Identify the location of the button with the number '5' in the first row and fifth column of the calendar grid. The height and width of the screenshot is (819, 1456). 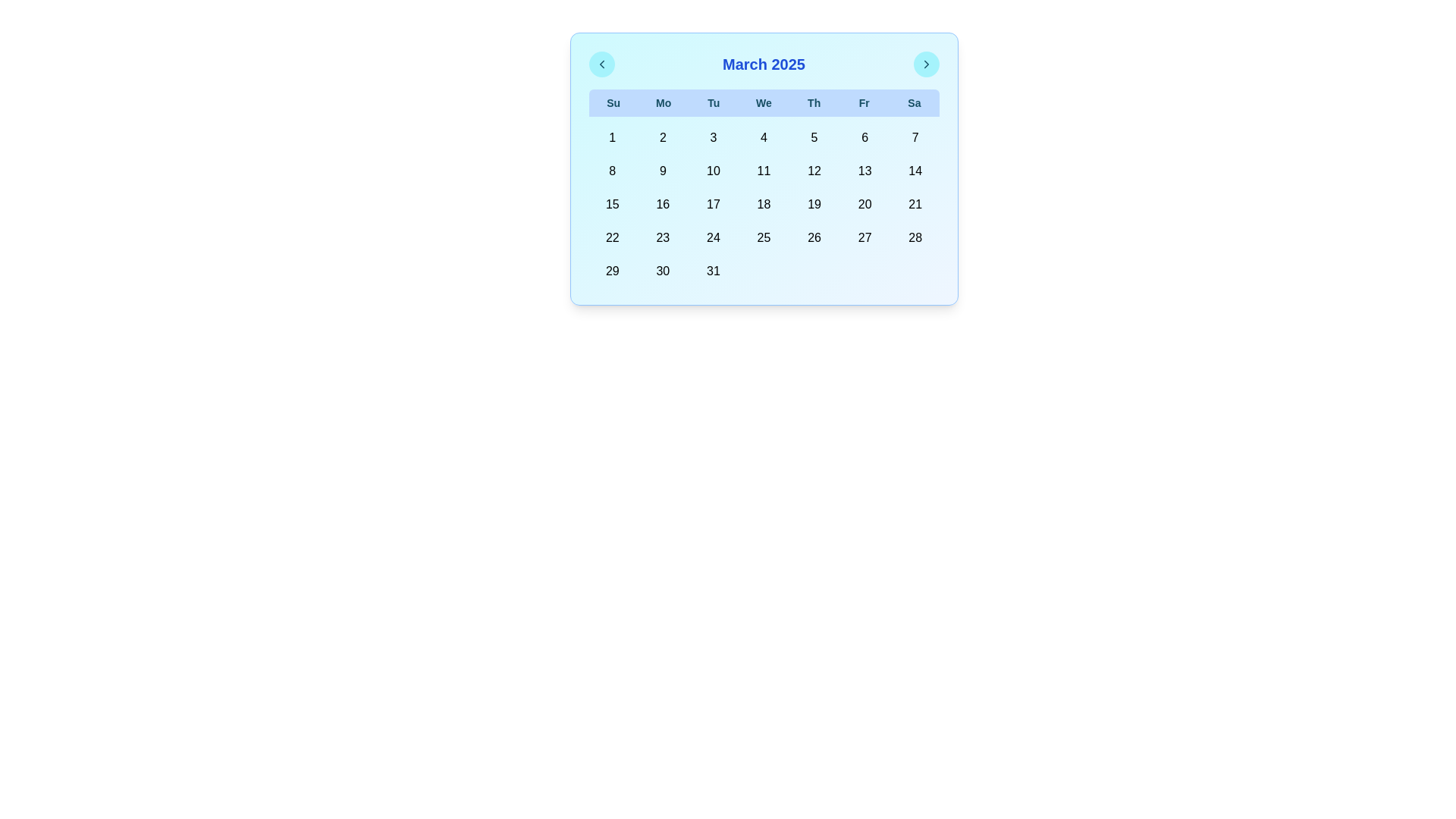
(814, 137).